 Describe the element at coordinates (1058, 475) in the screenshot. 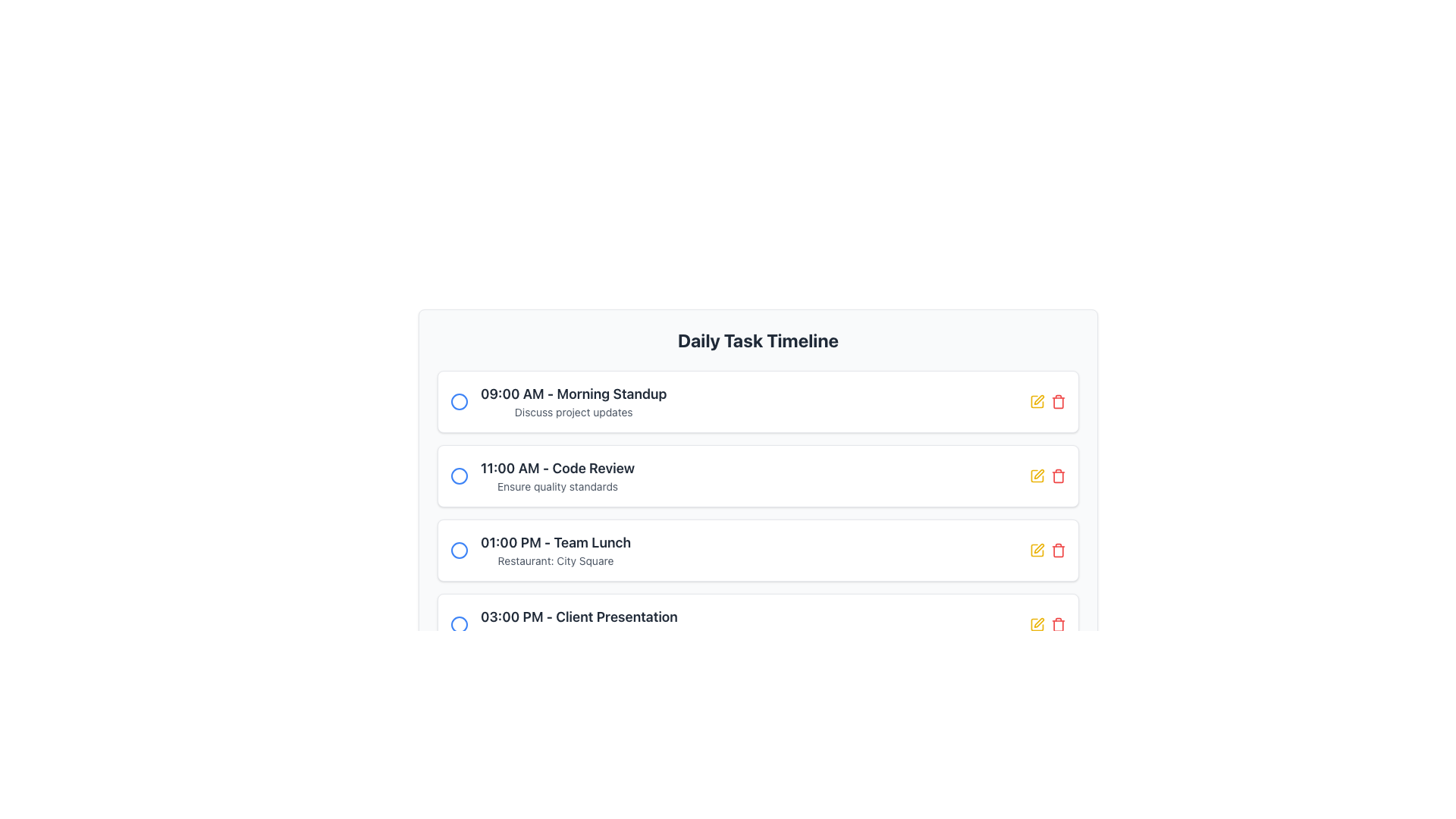

I see `the red trash bin icon, which is the second icon in the horizontal group to the right of the yellow pencil icon` at that location.